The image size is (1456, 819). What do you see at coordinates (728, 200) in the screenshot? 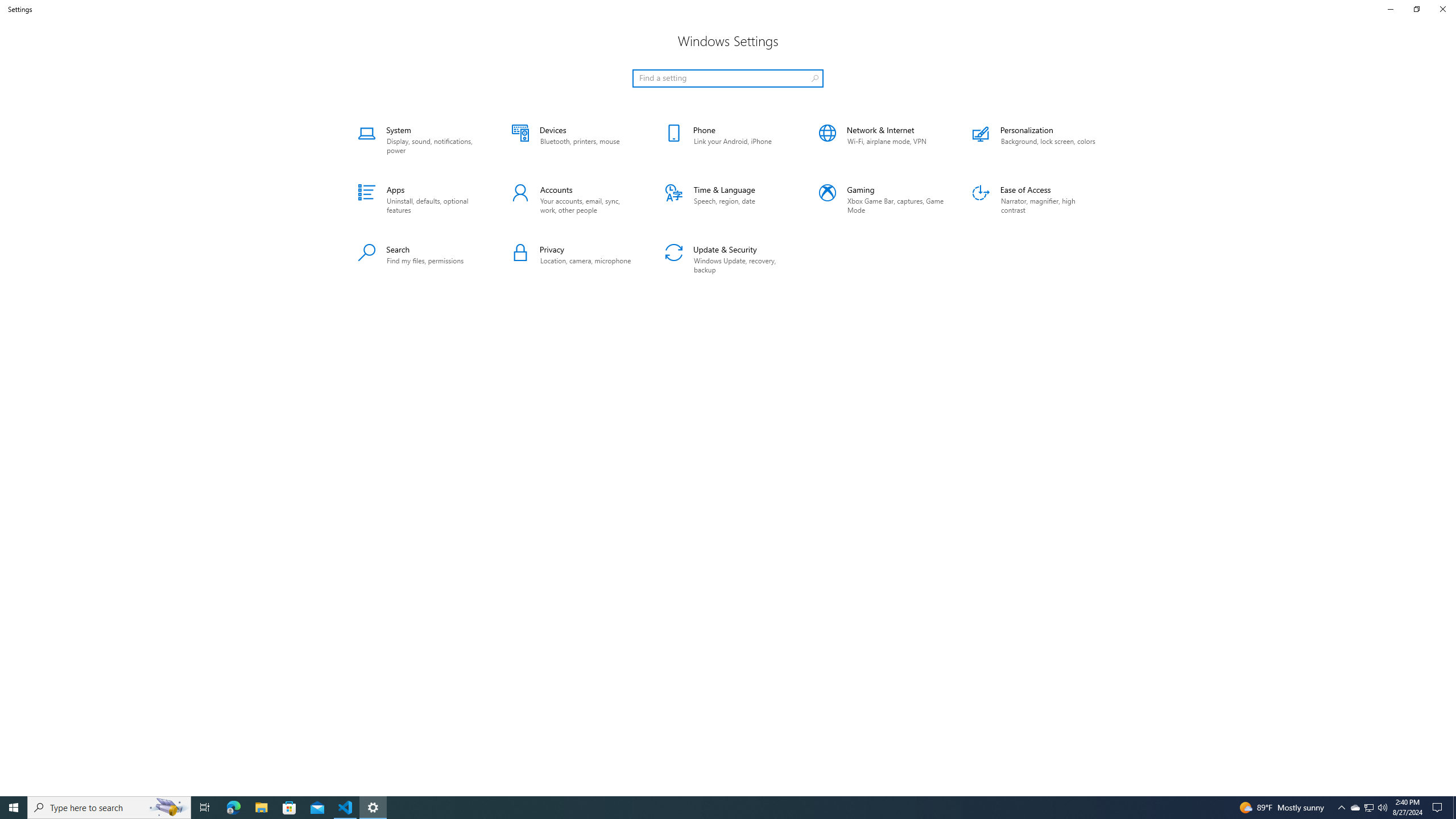
I see `'Time & Language'` at bounding box center [728, 200].